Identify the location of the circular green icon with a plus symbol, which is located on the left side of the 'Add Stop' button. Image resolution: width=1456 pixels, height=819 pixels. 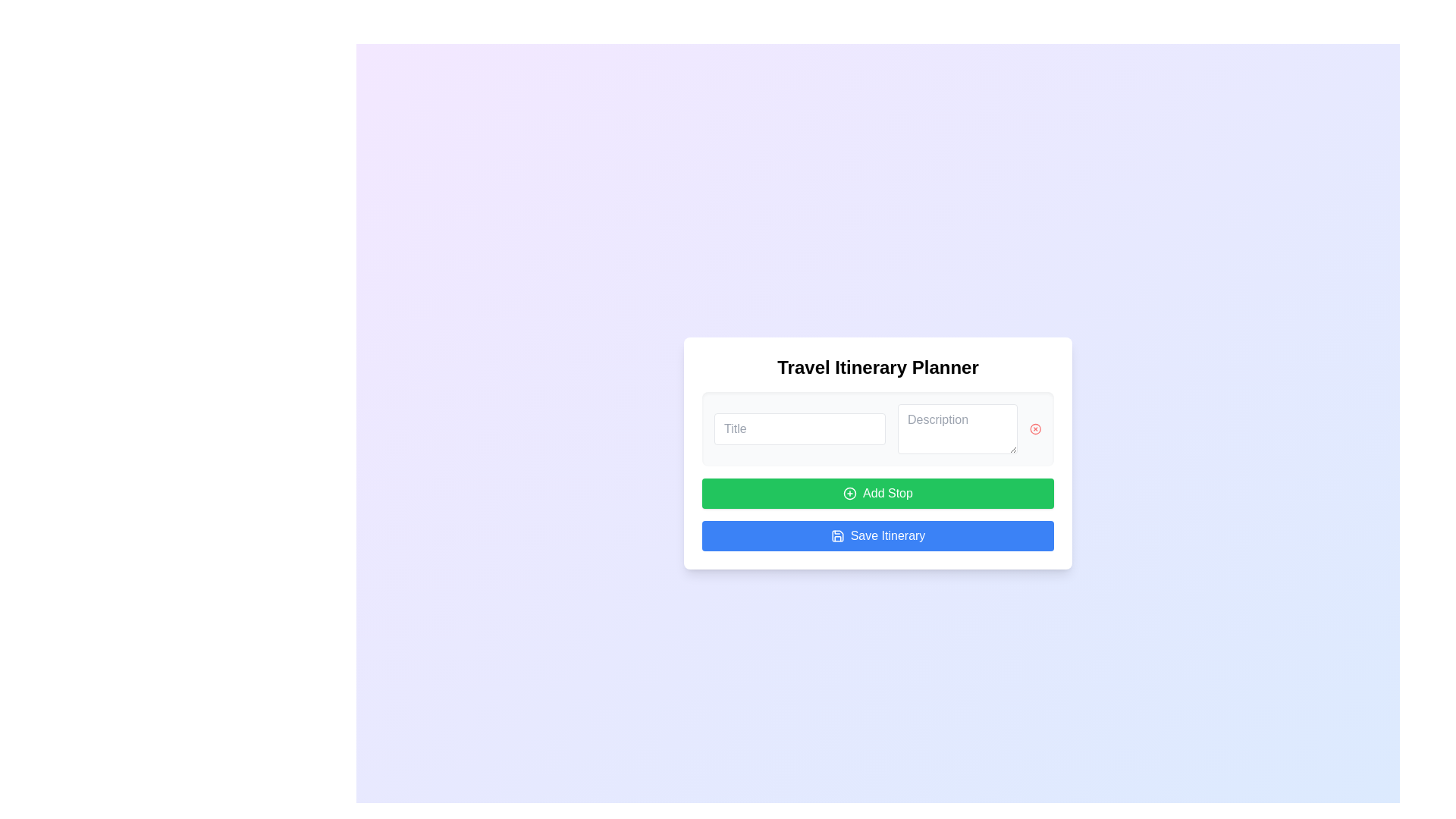
(850, 494).